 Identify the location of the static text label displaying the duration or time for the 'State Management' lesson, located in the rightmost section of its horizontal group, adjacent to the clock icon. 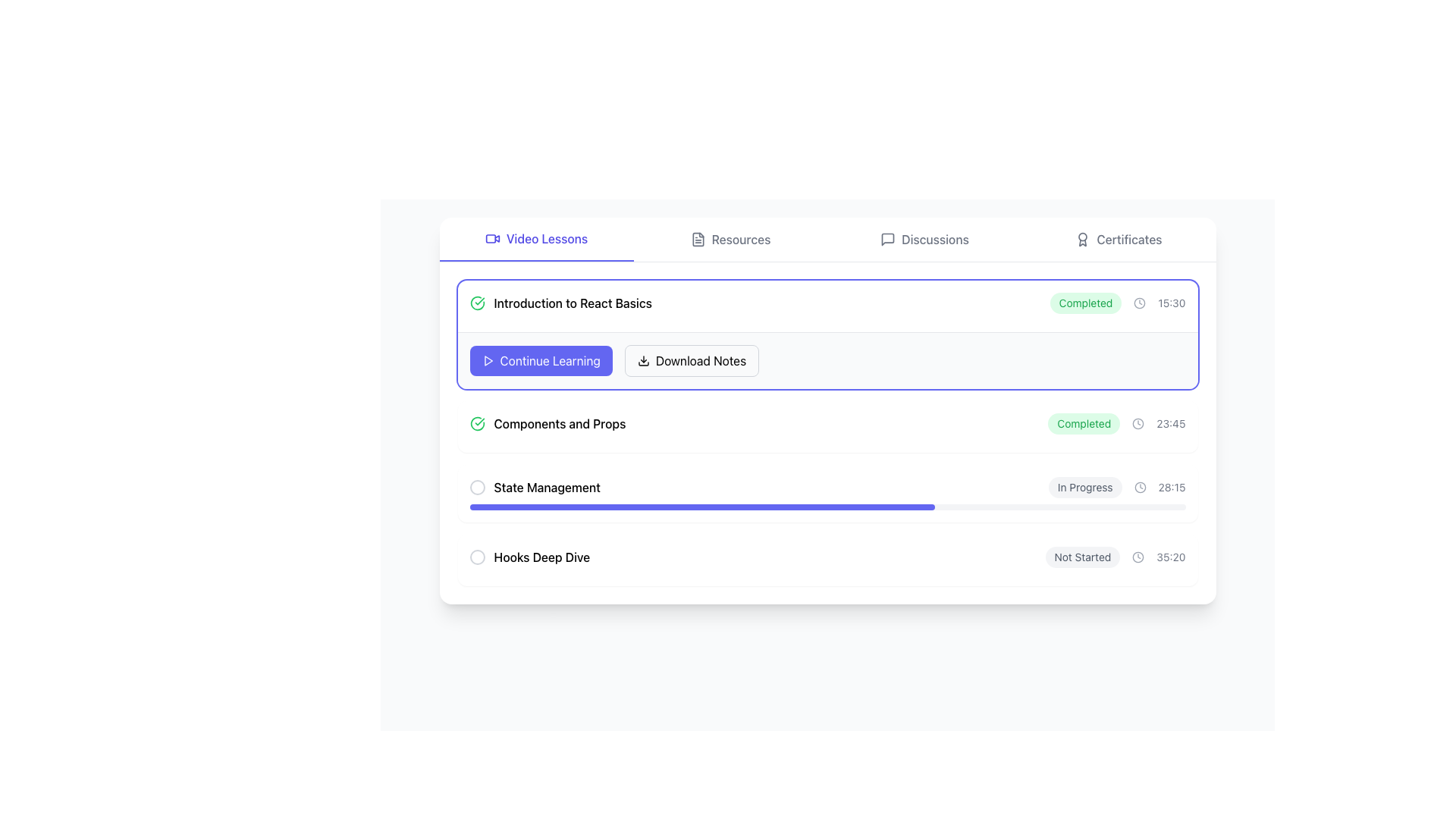
(1171, 488).